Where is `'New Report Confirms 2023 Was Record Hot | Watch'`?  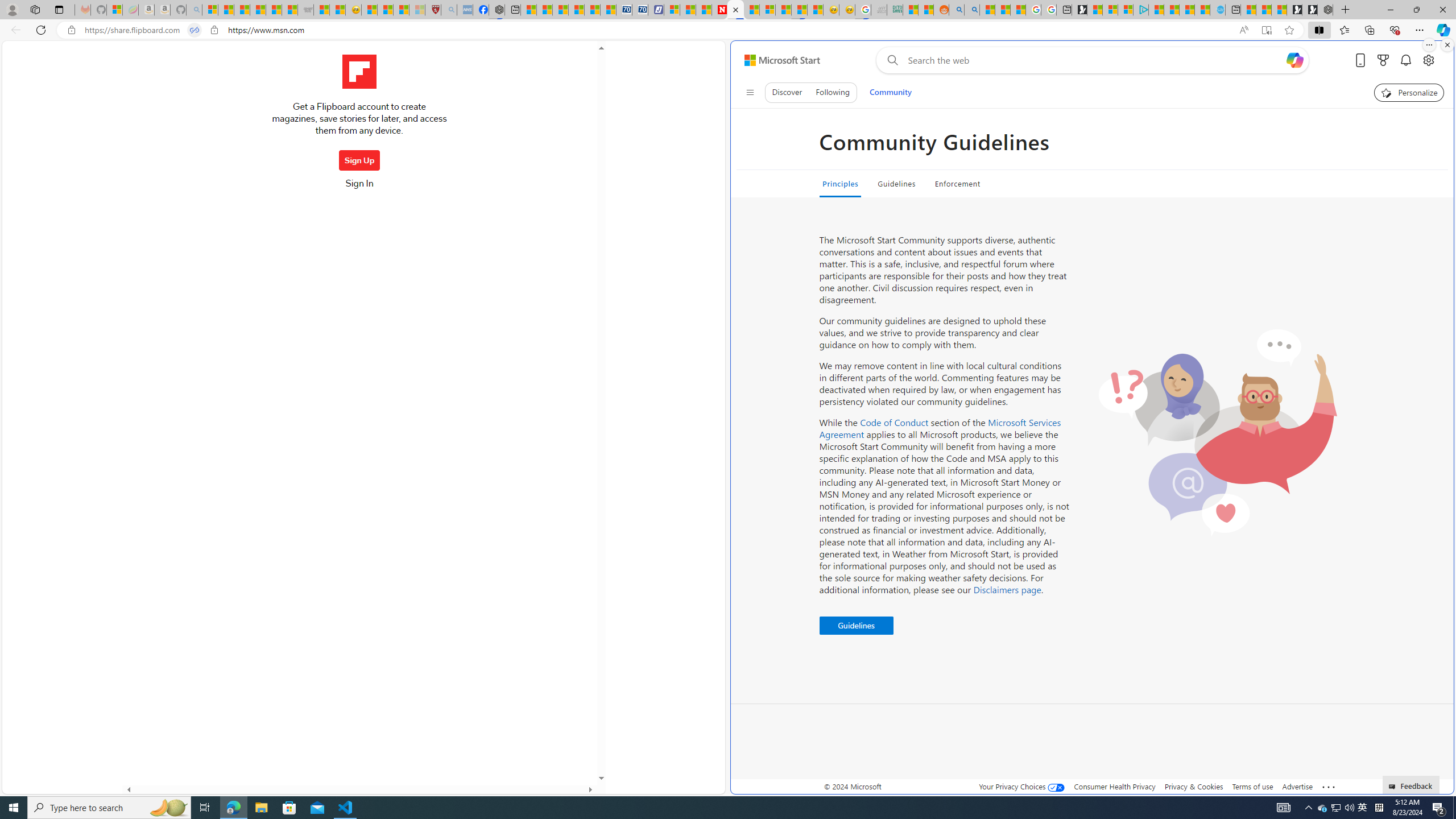
'New Report Confirms 2023 Was Record Hot | Watch' is located at coordinates (274, 9).